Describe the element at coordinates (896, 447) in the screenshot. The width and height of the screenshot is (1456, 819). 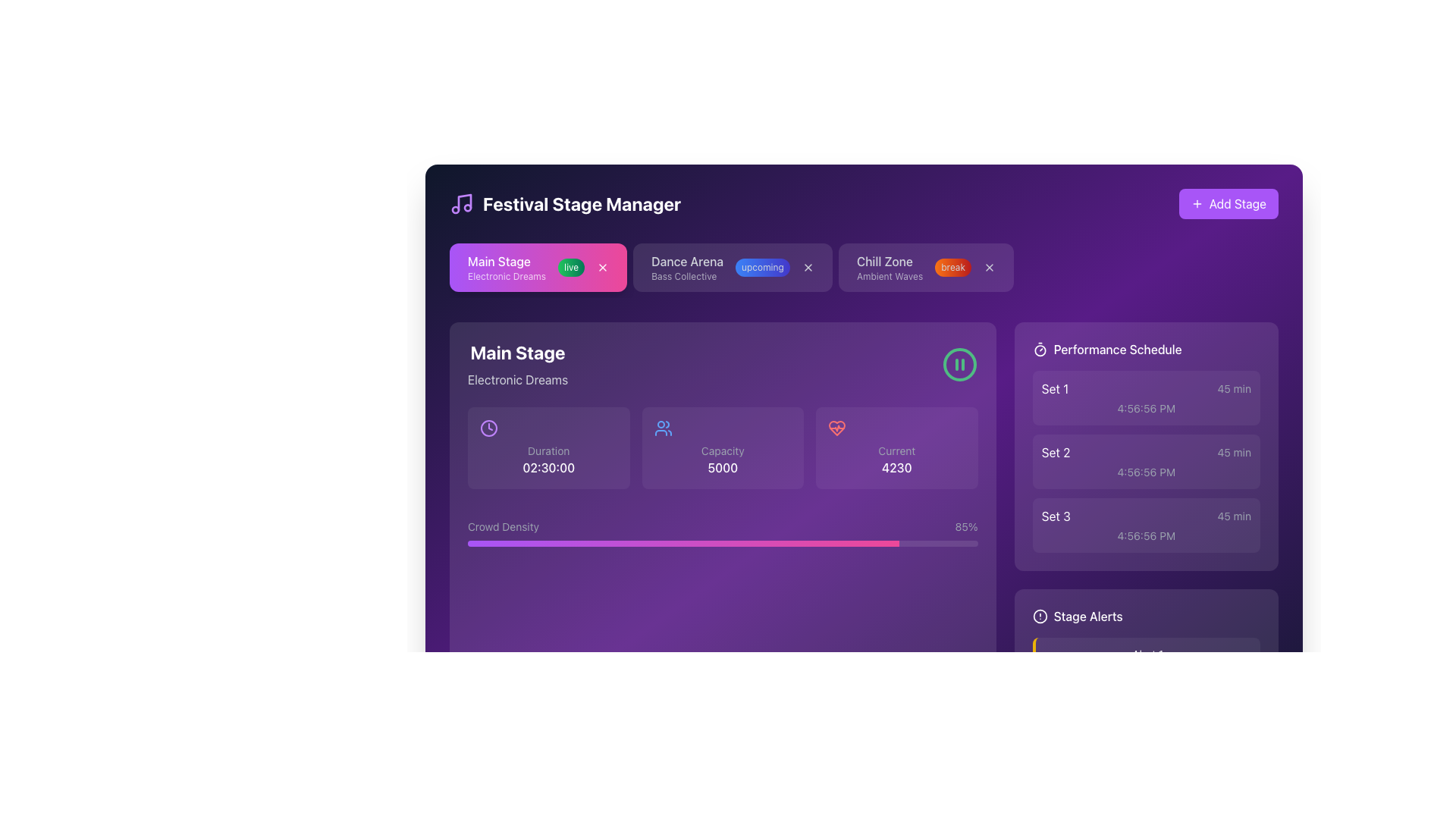
I see `the Informational card that displays the current value related to the ongoing event in 'Main Stage', positioned between the 'Capacity' card and the right margin` at that location.